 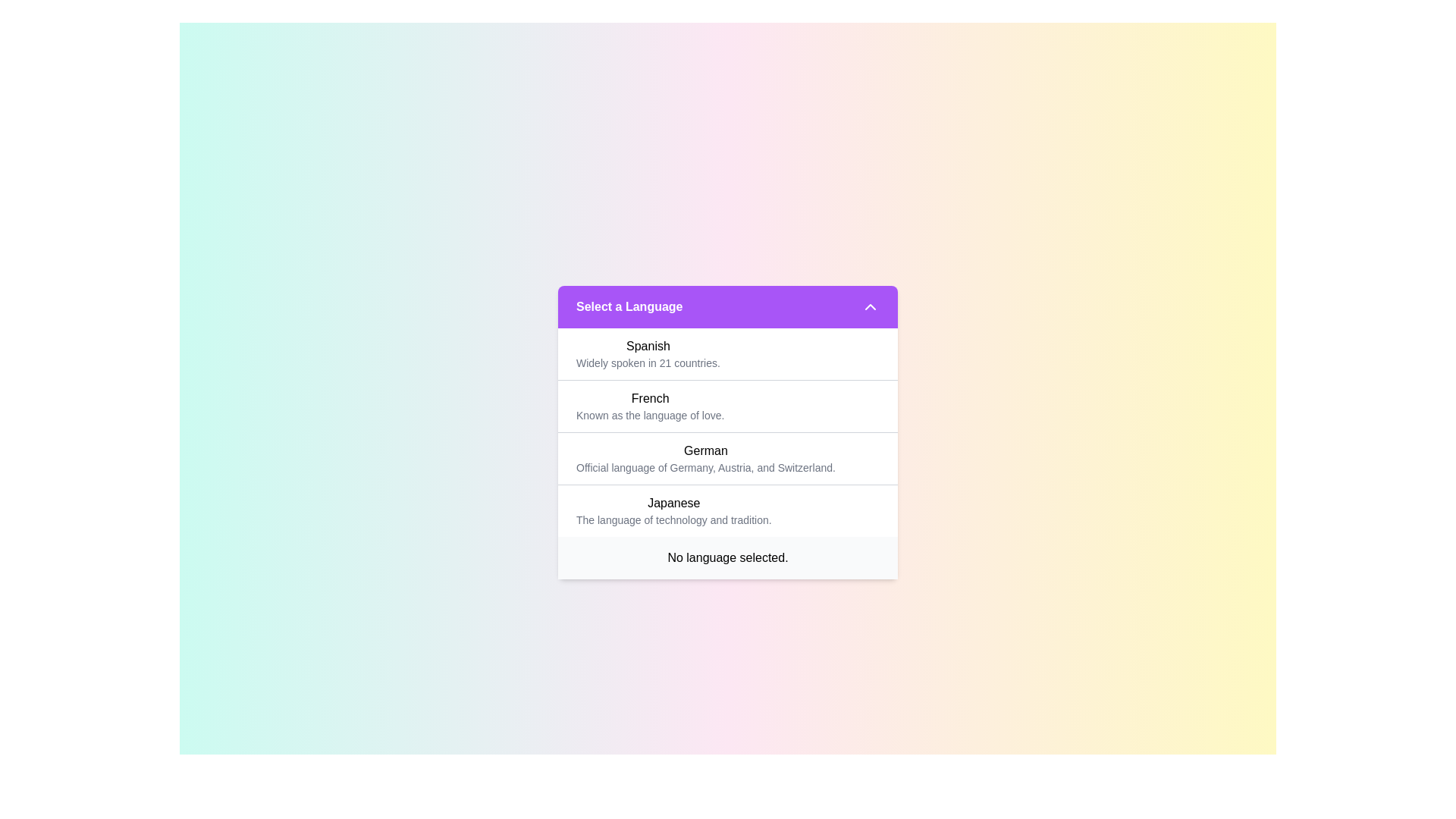 I want to click on the text label that provides additional information about the 'Japanese' language, located beneath the bold text 'Japanese' in the dropdown list of the language selection menu, so click(x=673, y=519).